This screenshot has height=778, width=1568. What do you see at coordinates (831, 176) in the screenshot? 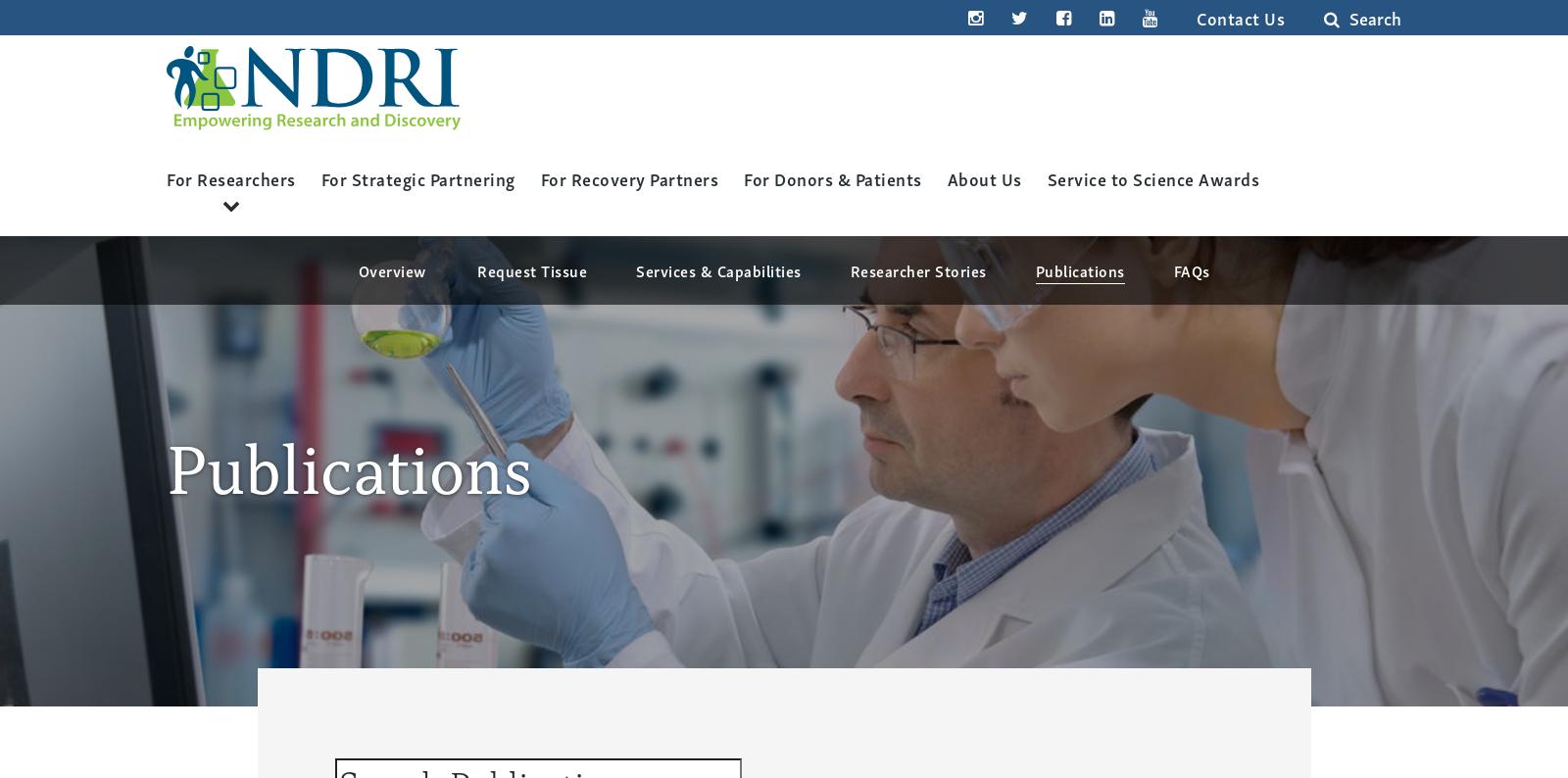
I see `'For Donors & Patients'` at bounding box center [831, 176].